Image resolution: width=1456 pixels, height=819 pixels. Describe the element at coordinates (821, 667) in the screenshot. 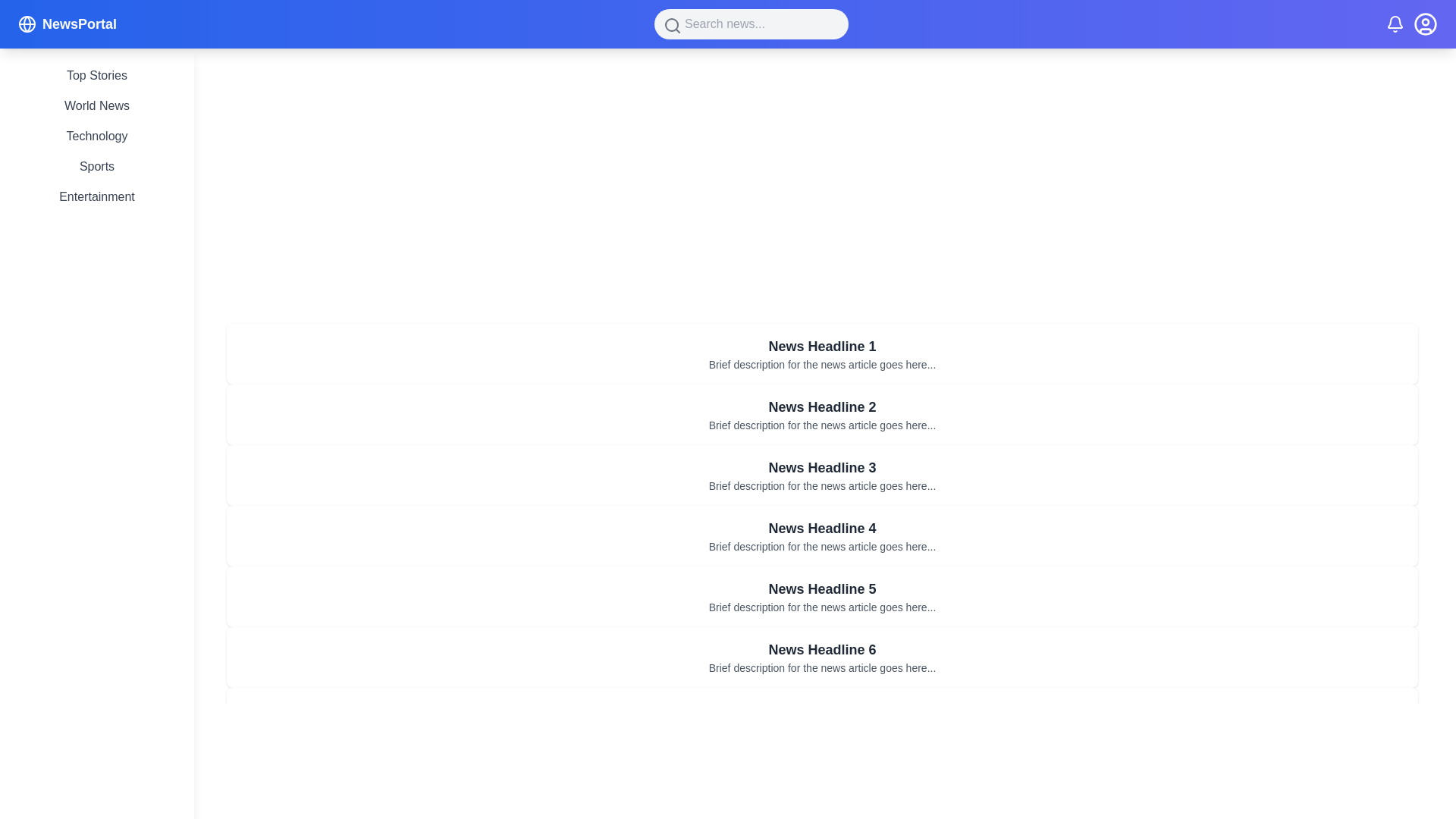

I see `the small gray text component that contains the description 'Brief description for the news article goes here...' located beneath 'News Headline 6'` at that location.